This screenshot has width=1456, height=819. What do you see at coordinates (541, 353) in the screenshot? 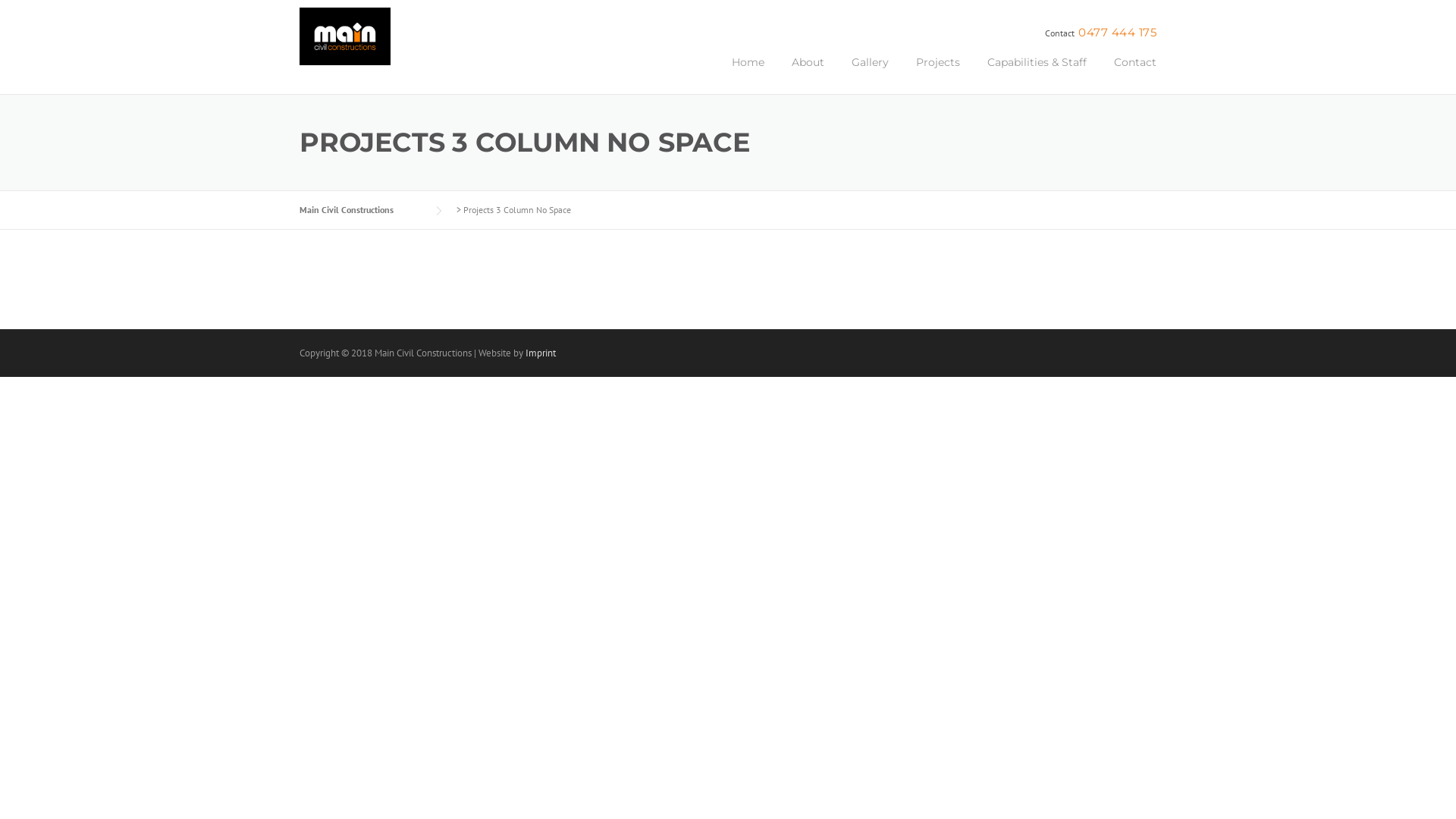
I see `'Imprint'` at bounding box center [541, 353].